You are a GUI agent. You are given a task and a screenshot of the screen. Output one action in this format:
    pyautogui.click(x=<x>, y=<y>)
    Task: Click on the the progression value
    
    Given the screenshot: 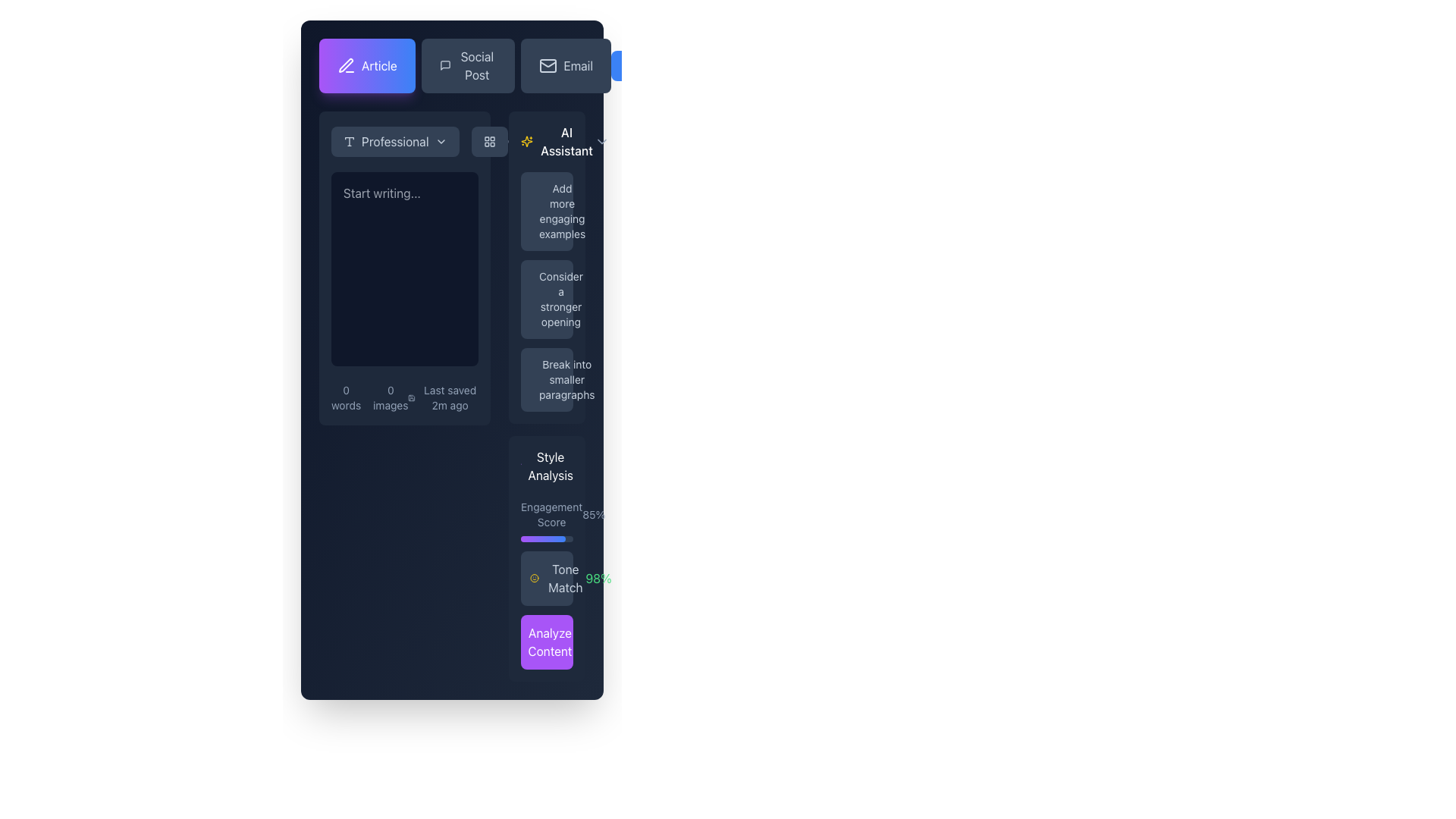 What is the action you would take?
    pyautogui.click(x=551, y=538)
    